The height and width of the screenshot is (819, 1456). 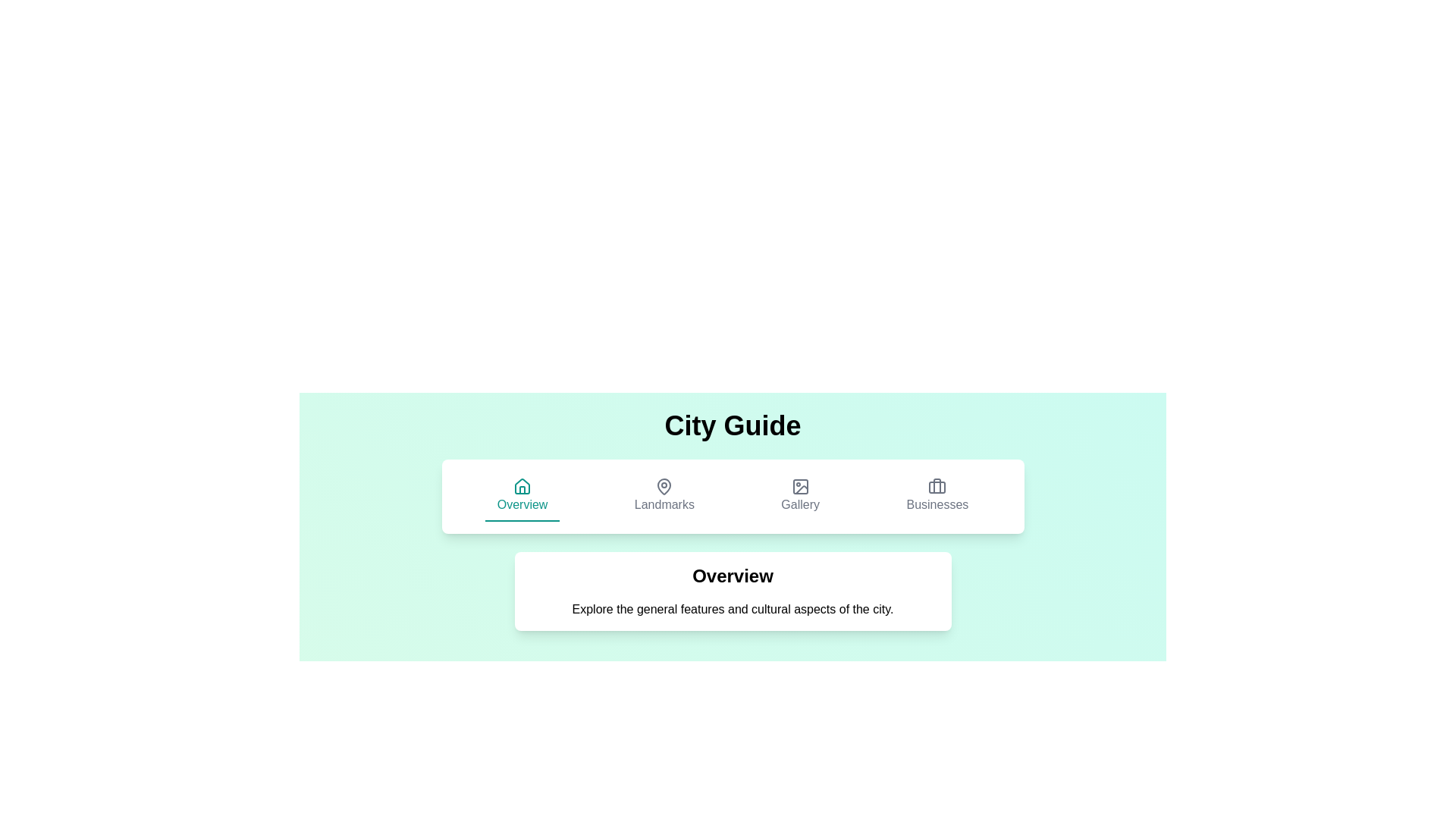 I want to click on the house icon with a teal stroke in the 'Overview' tab of the navigation bar, so click(x=522, y=486).